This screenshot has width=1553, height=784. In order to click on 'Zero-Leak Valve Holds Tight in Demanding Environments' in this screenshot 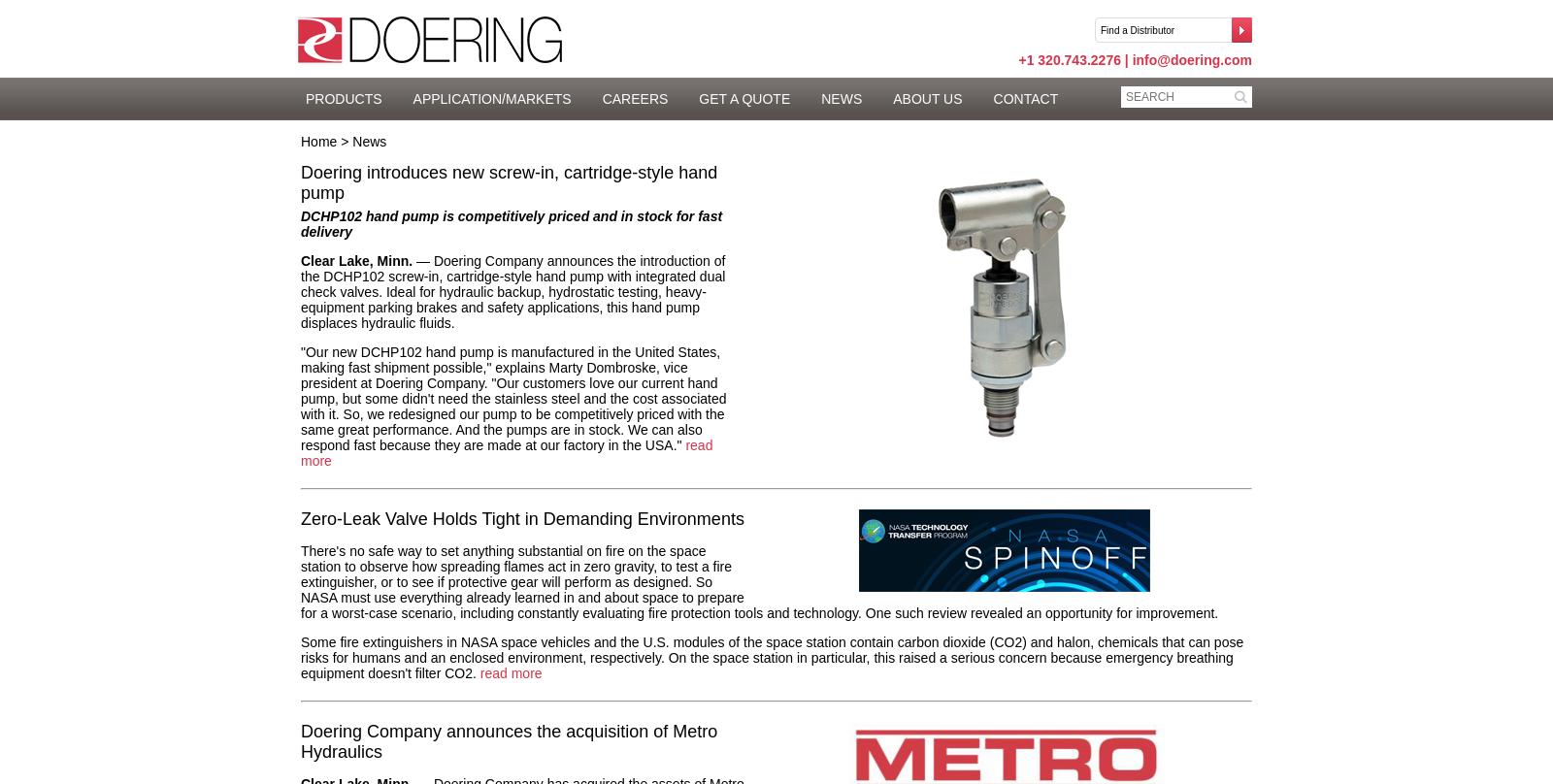, I will do `click(520, 517)`.